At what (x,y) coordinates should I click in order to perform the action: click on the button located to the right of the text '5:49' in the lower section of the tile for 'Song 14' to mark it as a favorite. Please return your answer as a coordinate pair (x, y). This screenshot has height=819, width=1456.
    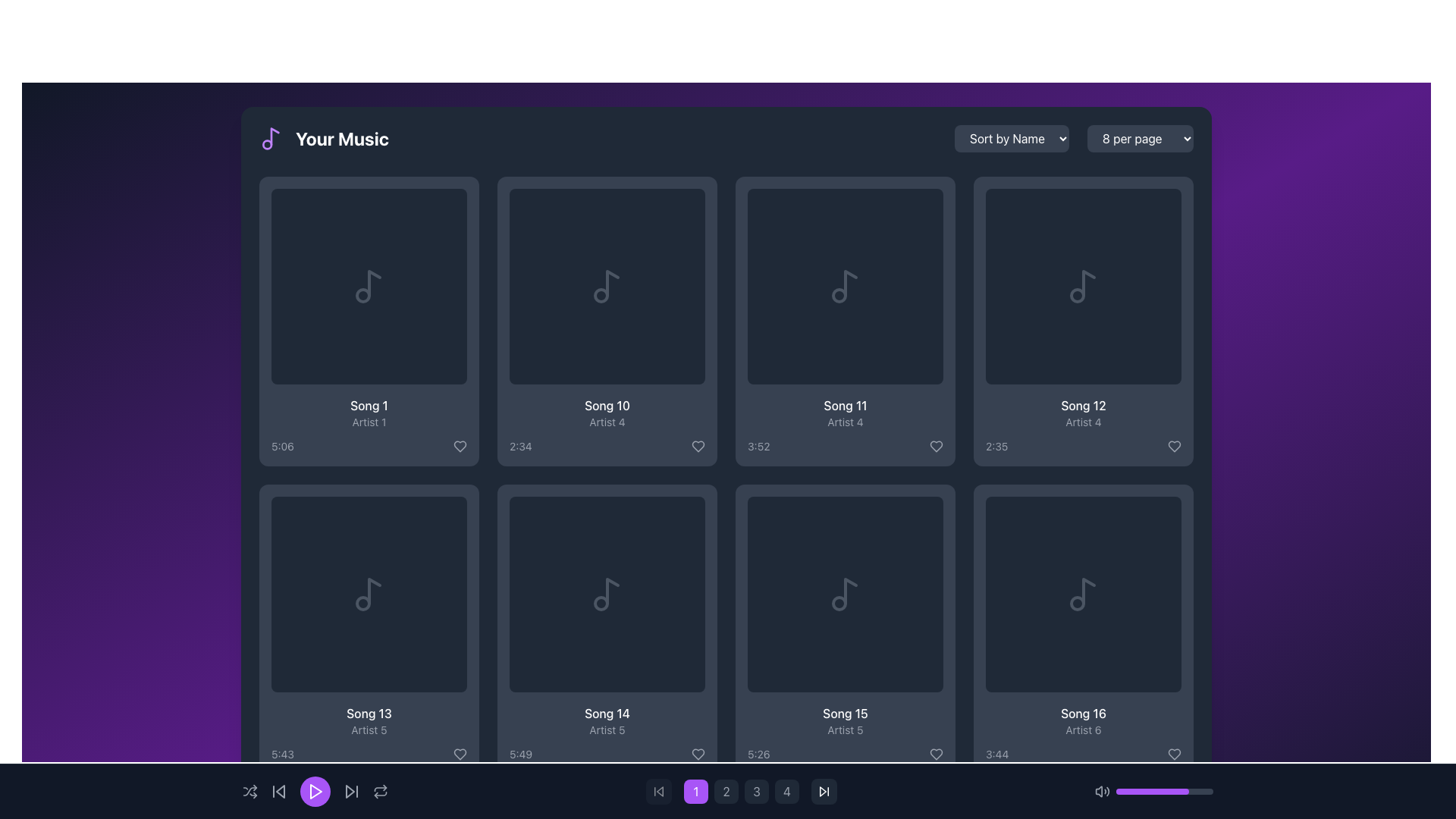
    Looking at the image, I should click on (698, 755).